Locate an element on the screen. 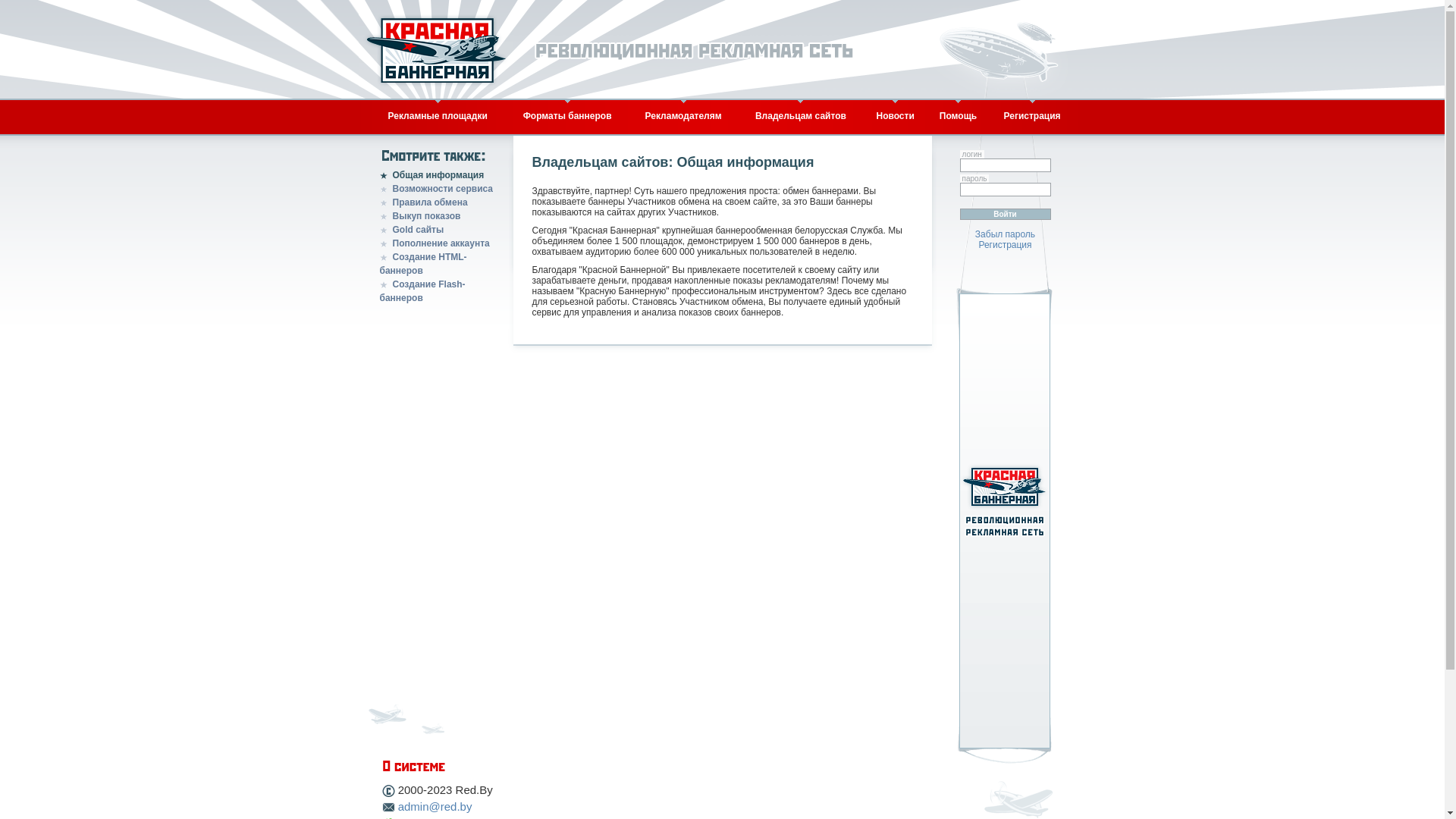 This screenshot has height=819, width=1456. 'admin@red.by' is located at coordinates (435, 805).